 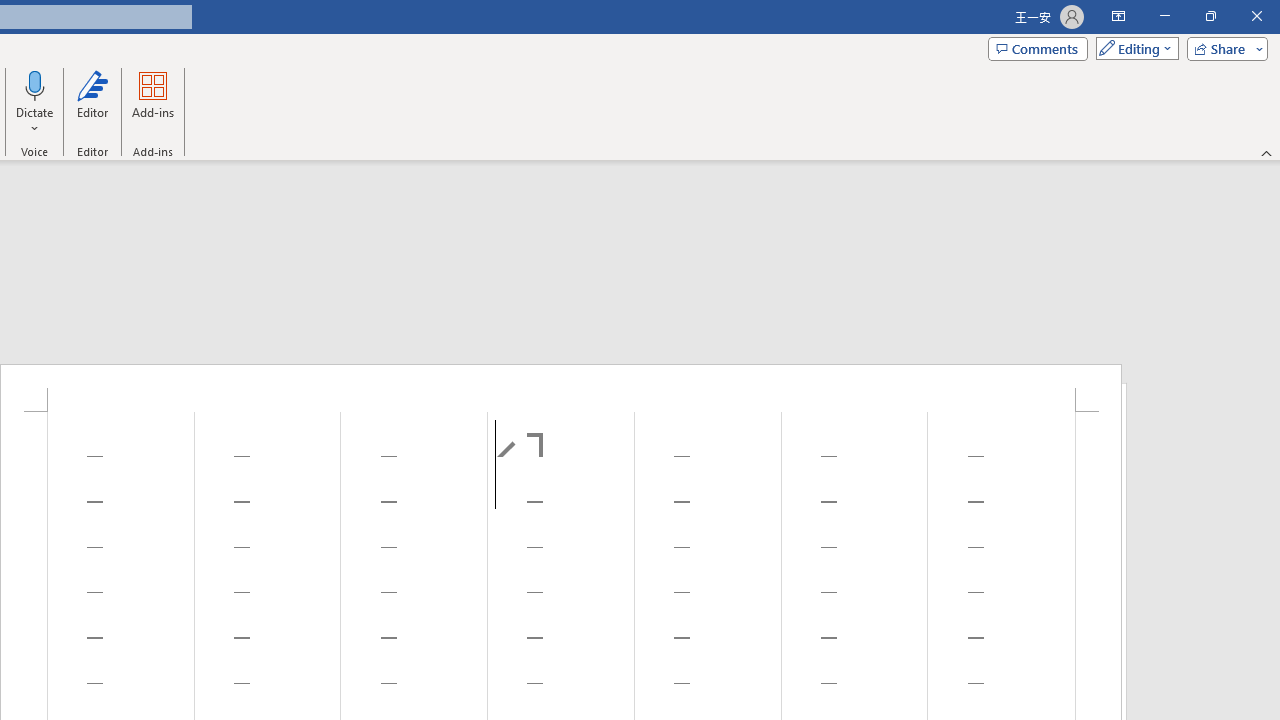 I want to click on 'Minimize', so click(x=1164, y=16).